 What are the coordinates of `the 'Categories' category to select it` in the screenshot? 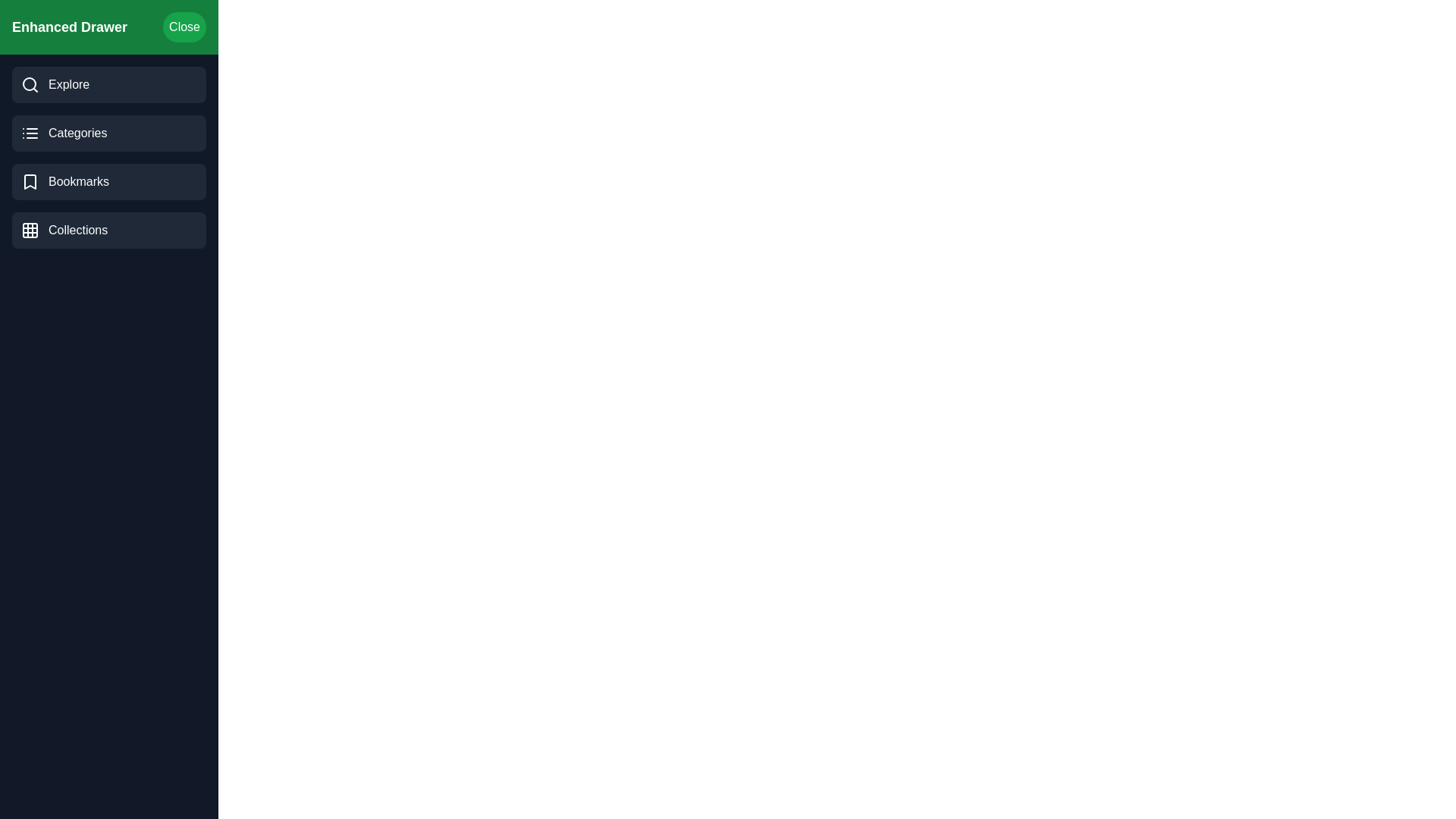 It's located at (108, 133).